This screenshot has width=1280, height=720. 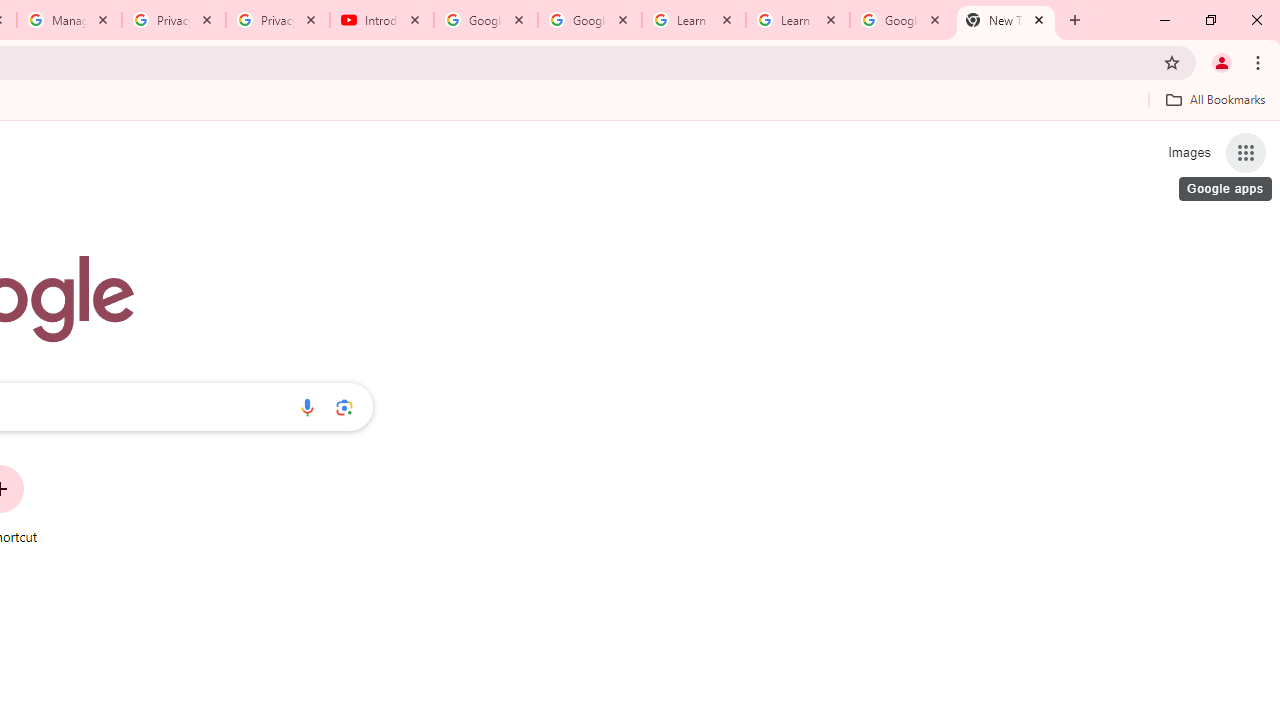 I want to click on 'New Tab', so click(x=1006, y=20).